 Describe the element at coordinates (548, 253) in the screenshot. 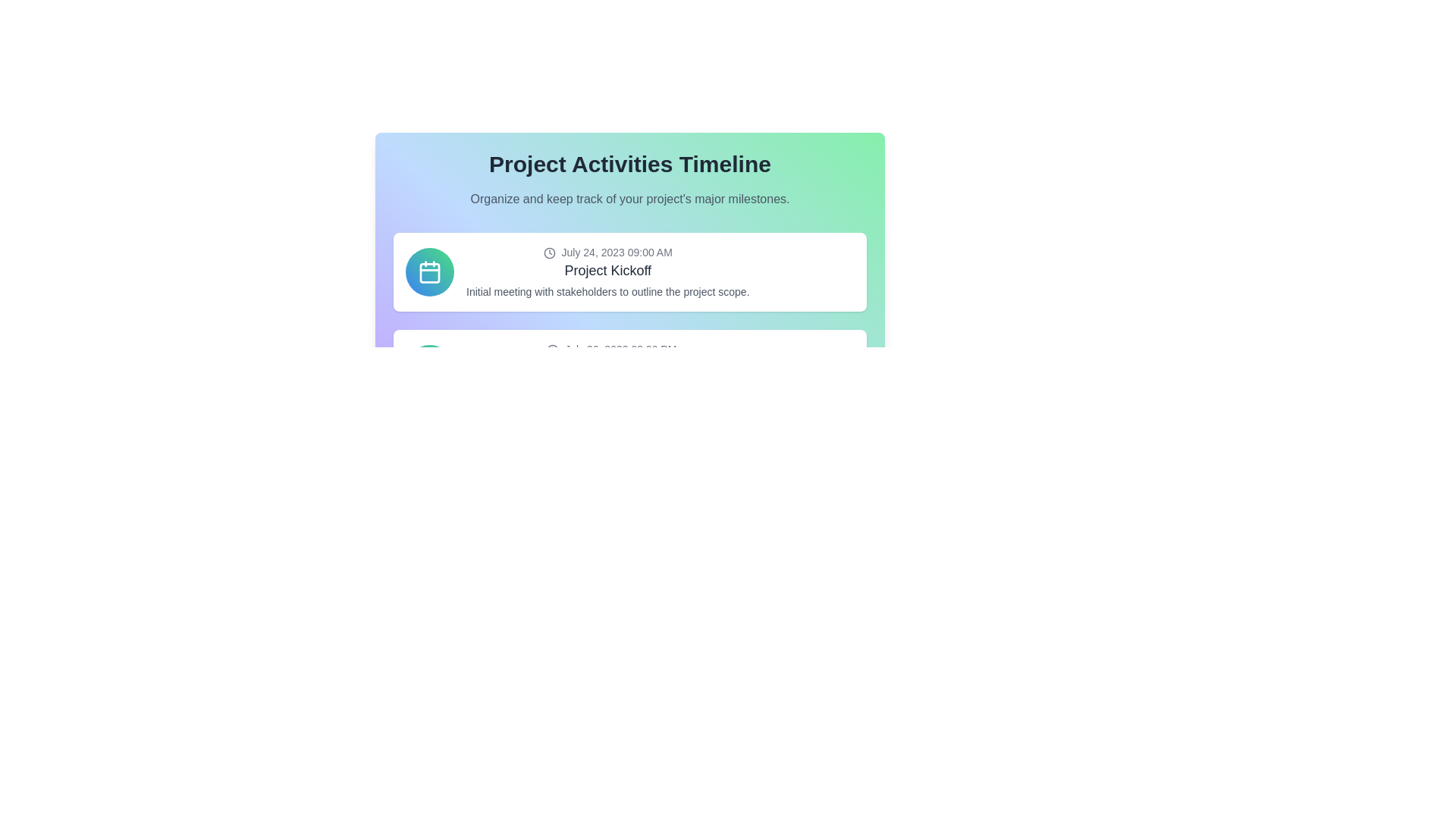

I see `the clock icon located to the left of the text 'July 24, 2023 09:00 AM' in the timeline entry` at that location.